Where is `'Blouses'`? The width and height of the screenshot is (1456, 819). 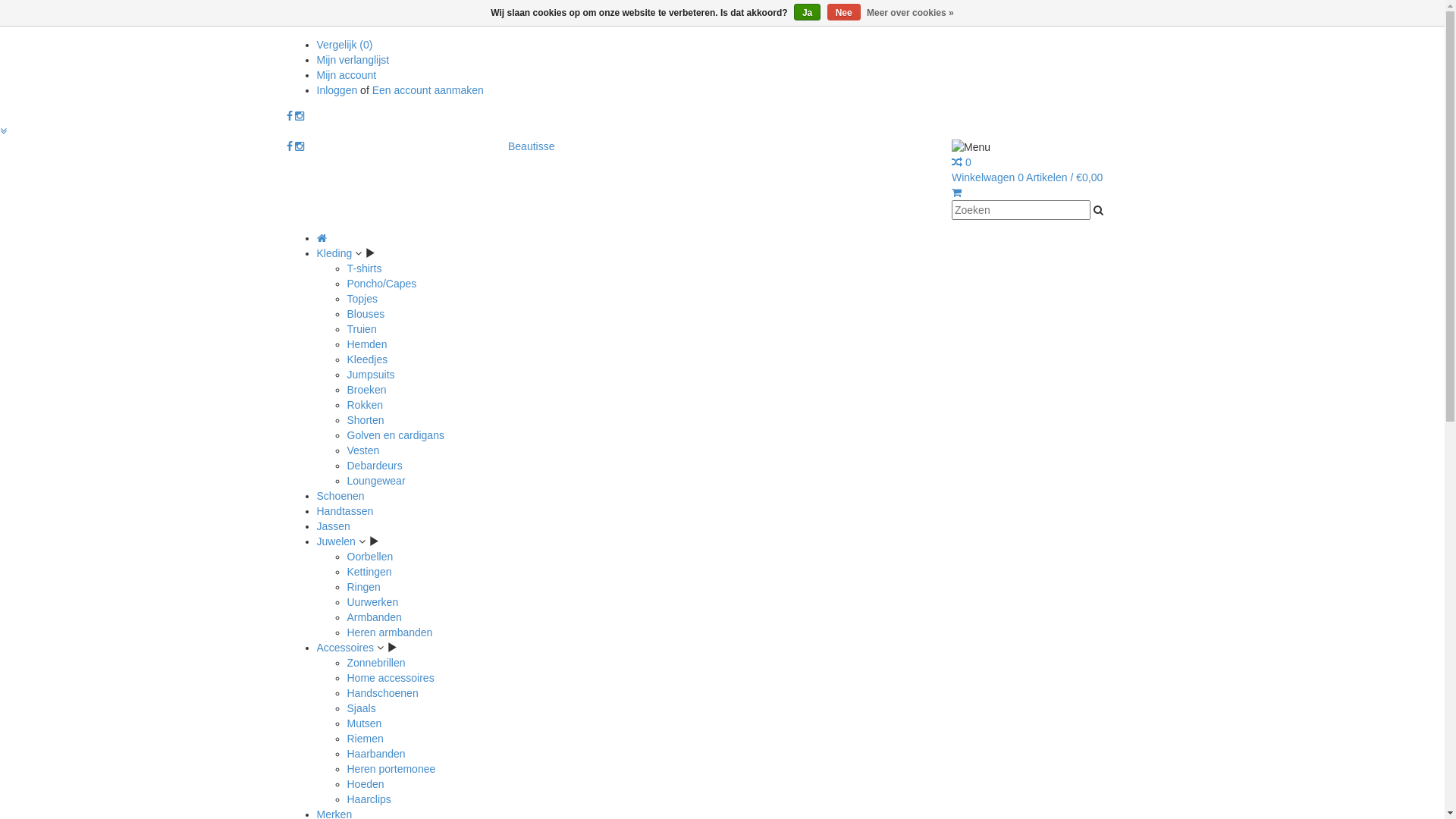
'Blouses' is located at coordinates (366, 312).